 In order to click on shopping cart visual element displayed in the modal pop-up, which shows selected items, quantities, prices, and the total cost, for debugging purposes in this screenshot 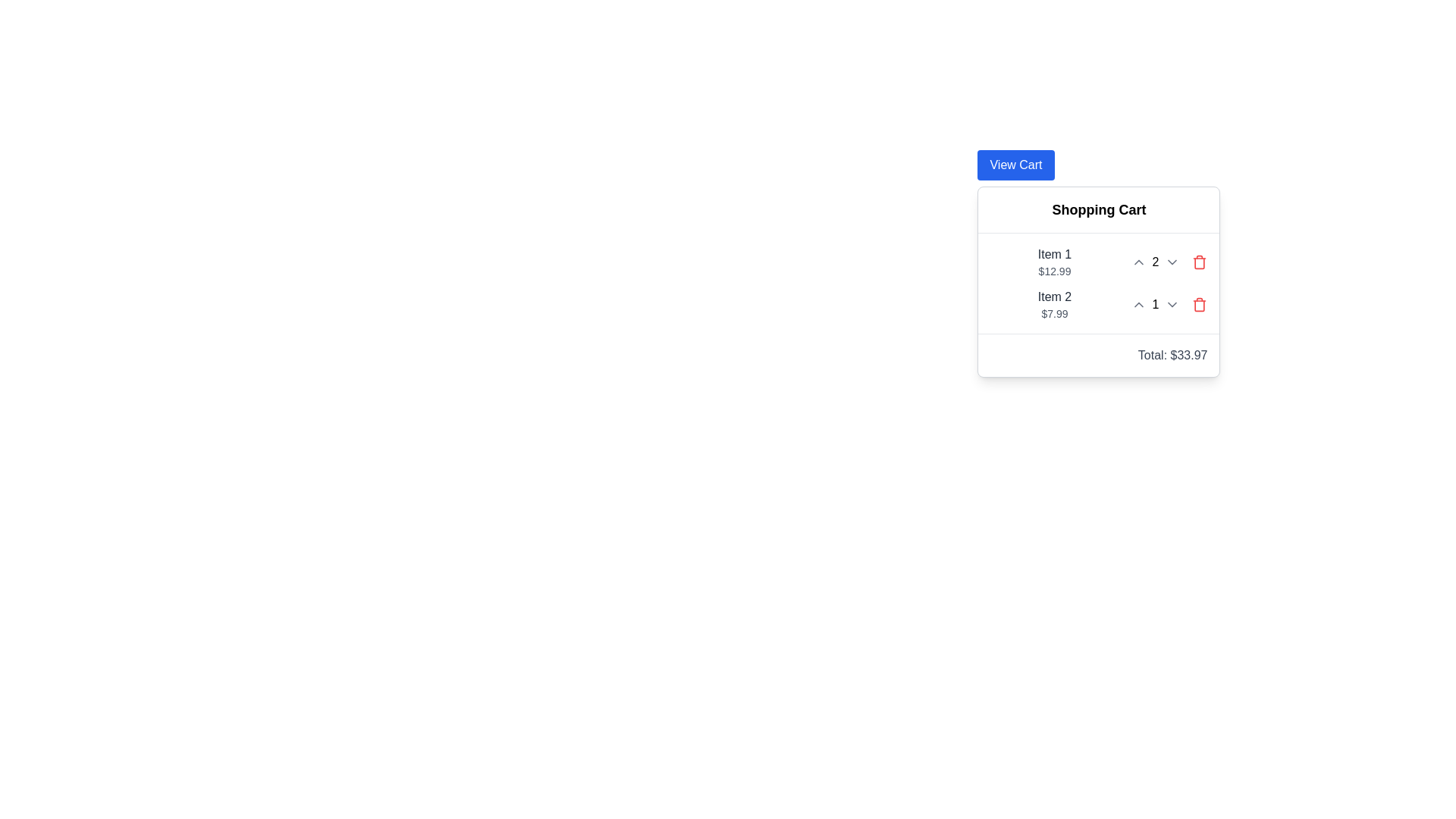, I will do `click(1099, 281)`.